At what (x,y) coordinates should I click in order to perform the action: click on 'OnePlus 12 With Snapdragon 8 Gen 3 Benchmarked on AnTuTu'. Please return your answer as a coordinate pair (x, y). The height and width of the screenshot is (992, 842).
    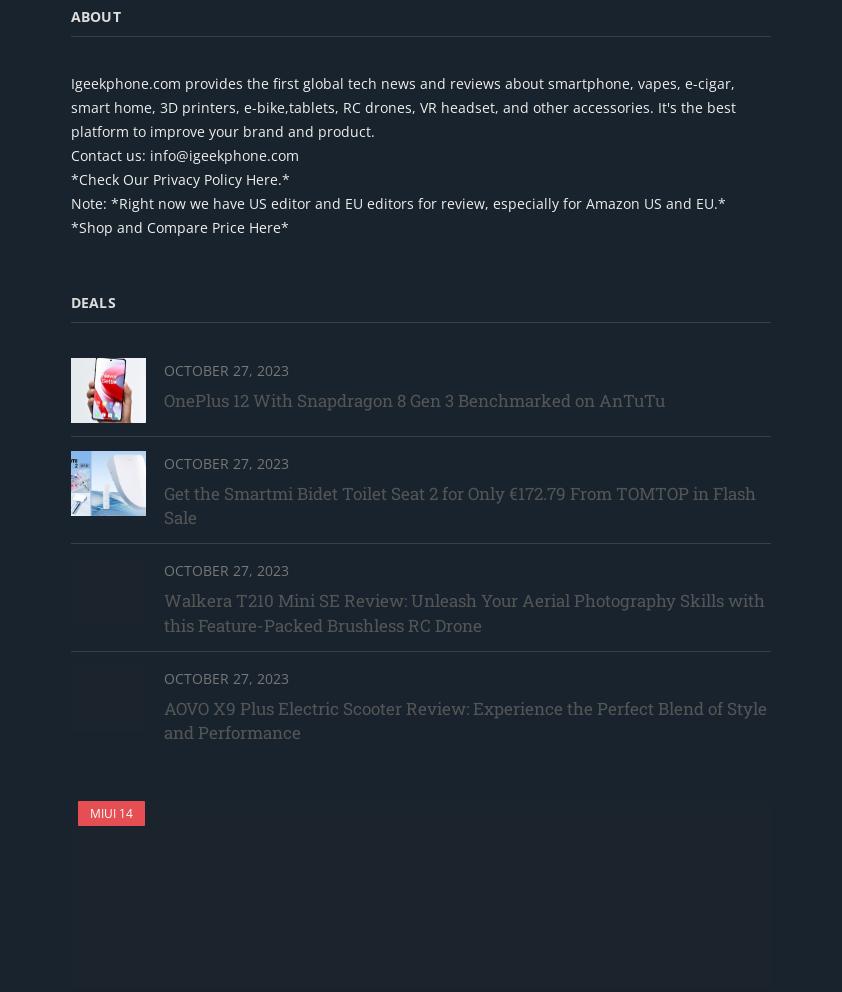
    Looking at the image, I should click on (414, 399).